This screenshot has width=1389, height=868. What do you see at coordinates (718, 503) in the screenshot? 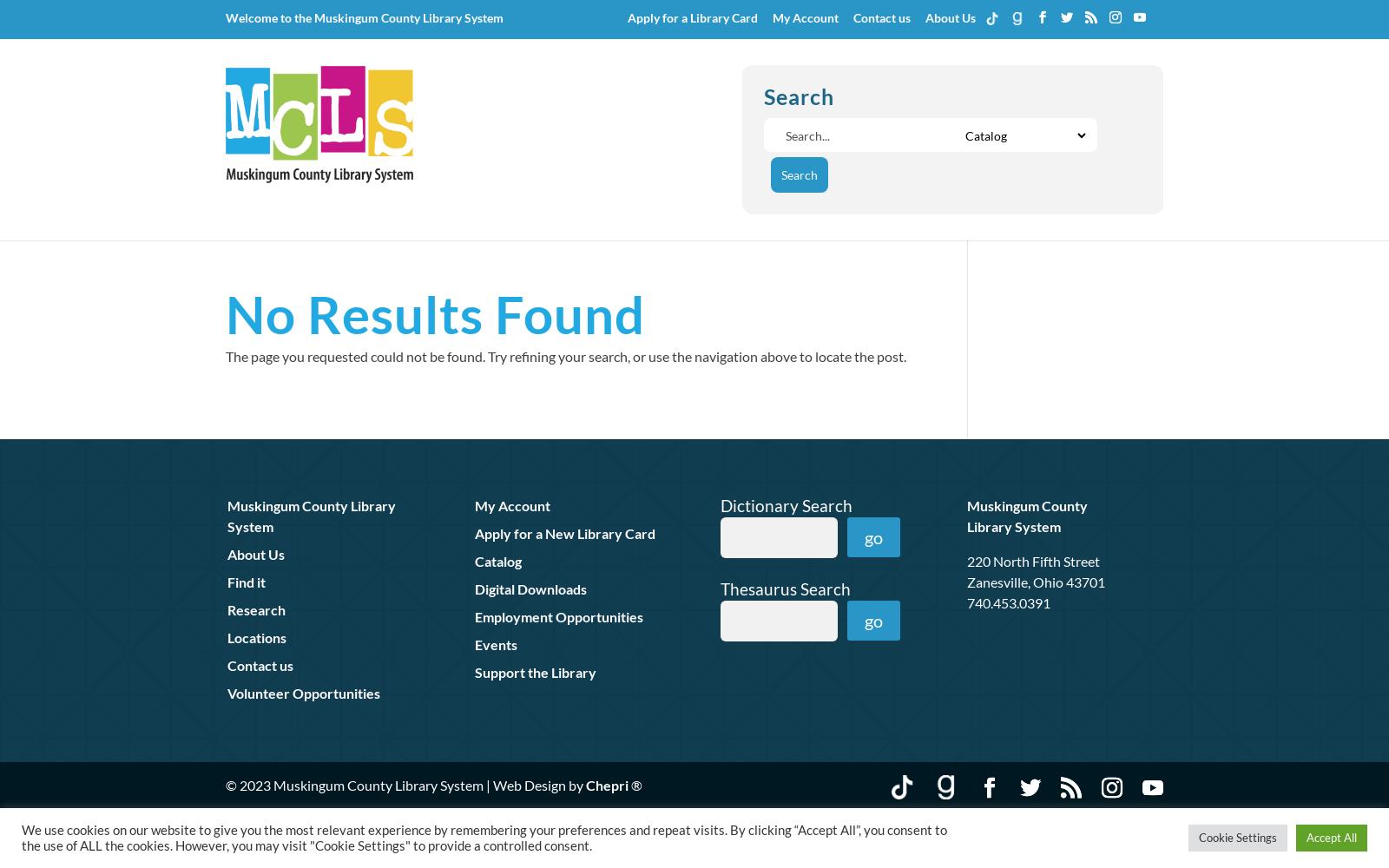
I see `'Dictionary Search'` at bounding box center [718, 503].